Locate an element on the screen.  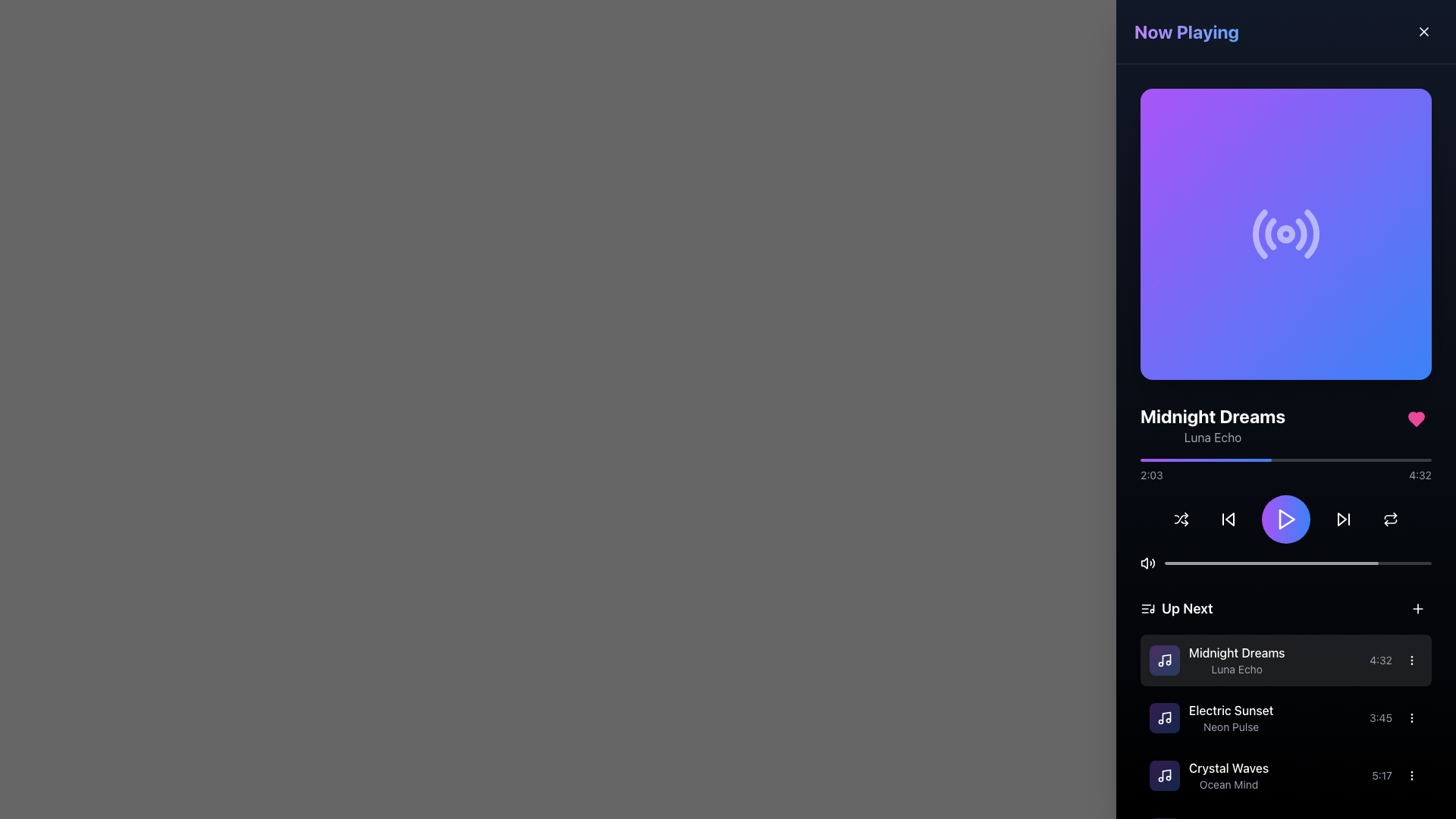
the play button located at the center of the control bar is located at coordinates (1285, 519).